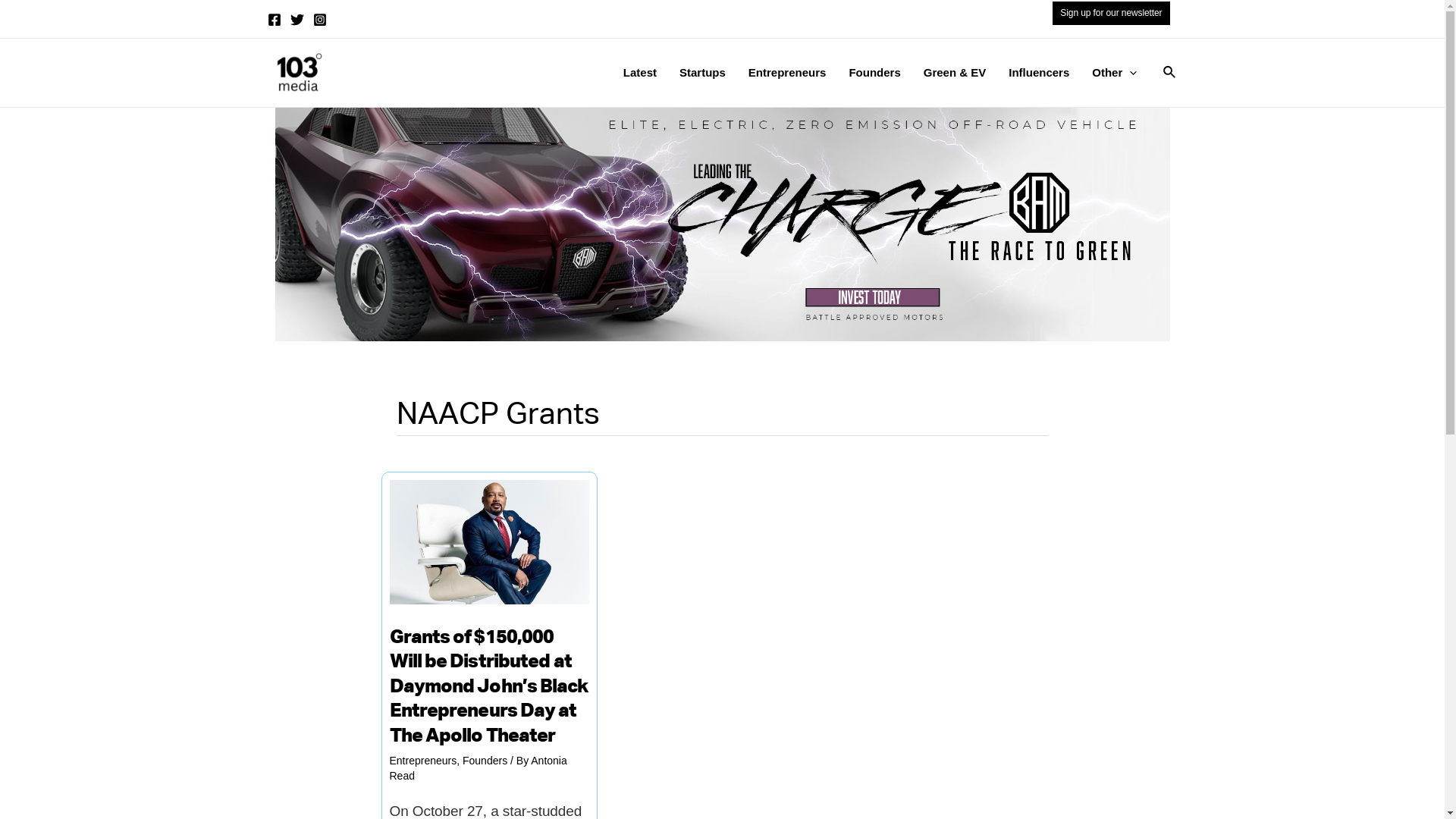 The width and height of the screenshot is (1456, 819). What do you see at coordinates (1169, 73) in the screenshot?
I see `'Search'` at bounding box center [1169, 73].